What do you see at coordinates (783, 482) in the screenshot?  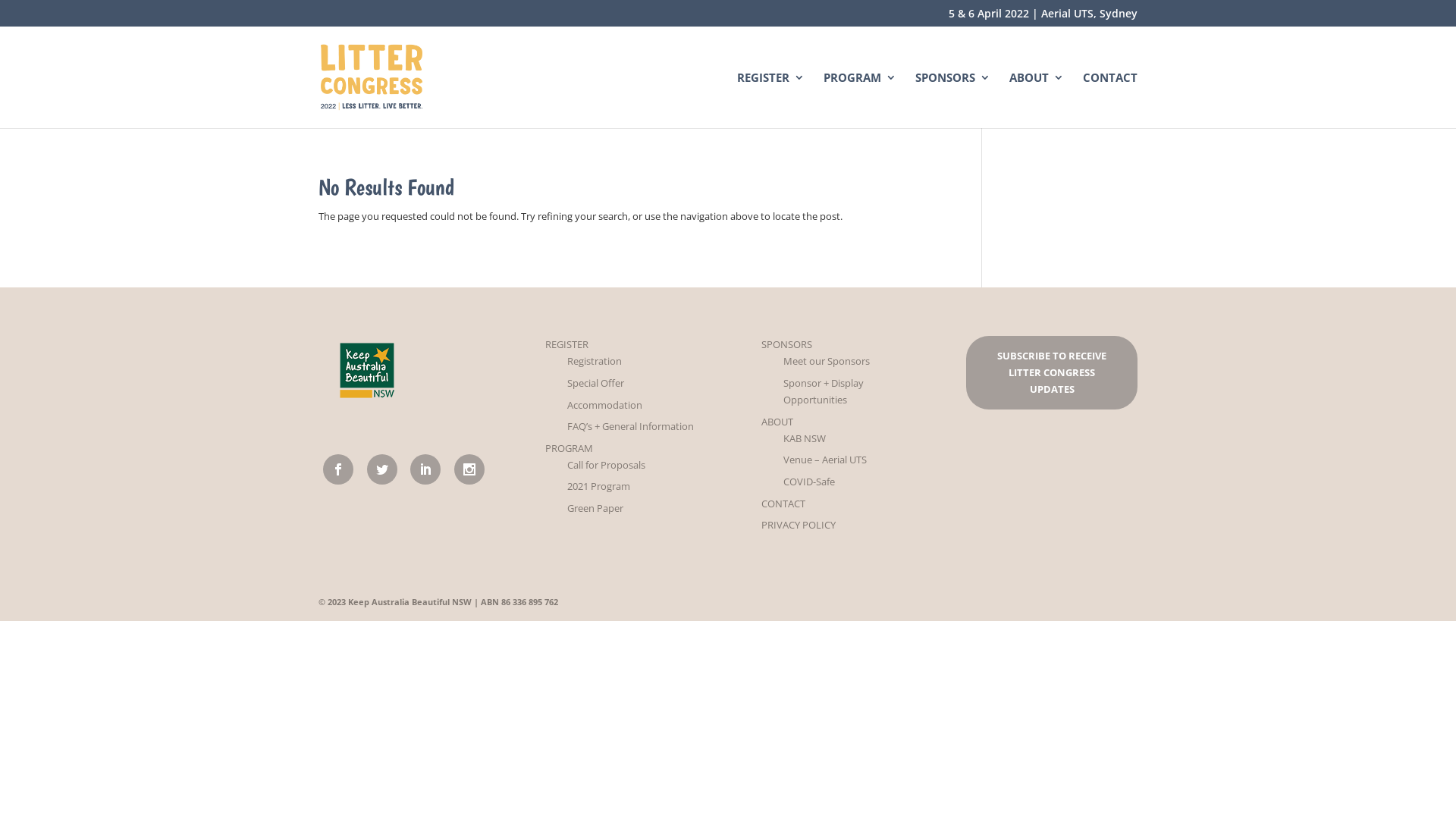 I see `'COVID-Safe'` at bounding box center [783, 482].